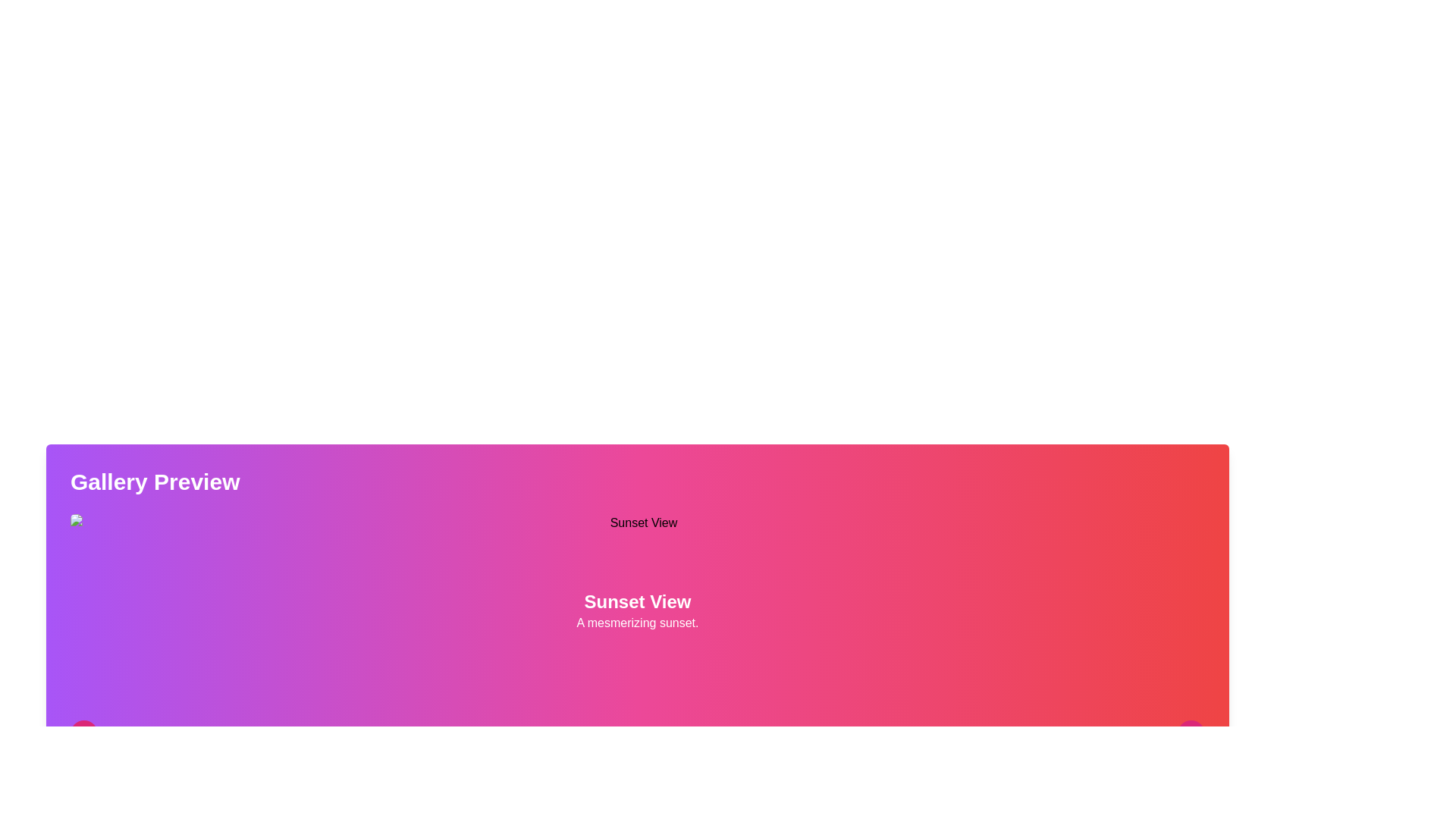 The image size is (1456, 819). I want to click on the static text heading that serves as a title for the content, positioned near the center of a purple-to-pink gradient background, above the description text 'A mesmerizing sunset.', so click(637, 601).